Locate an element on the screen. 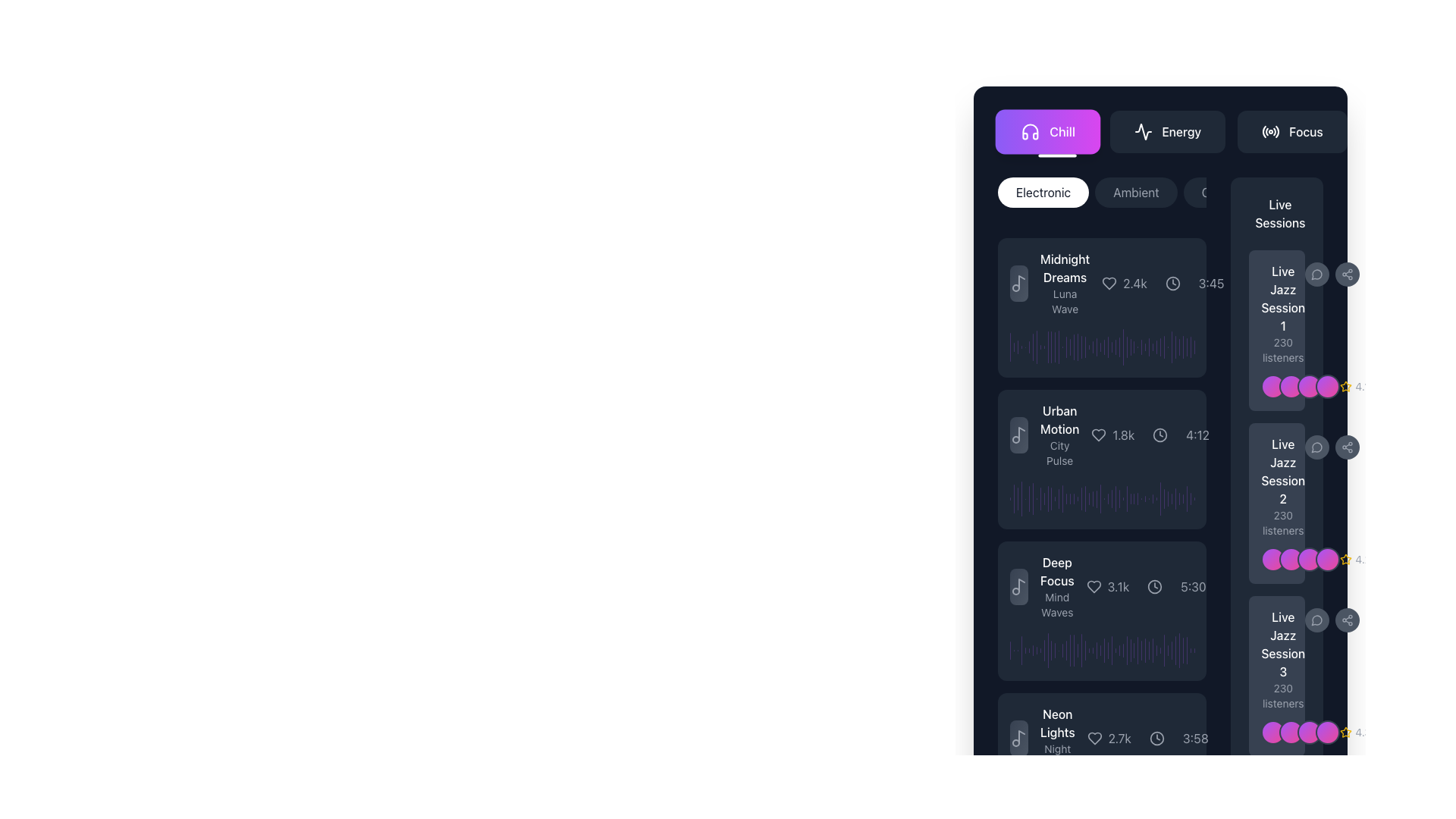  the Rating display component located at the bottom-right corner of the section, which visually indicates a score with stars adjacent to profile avatars is located at coordinates (1355, 731).